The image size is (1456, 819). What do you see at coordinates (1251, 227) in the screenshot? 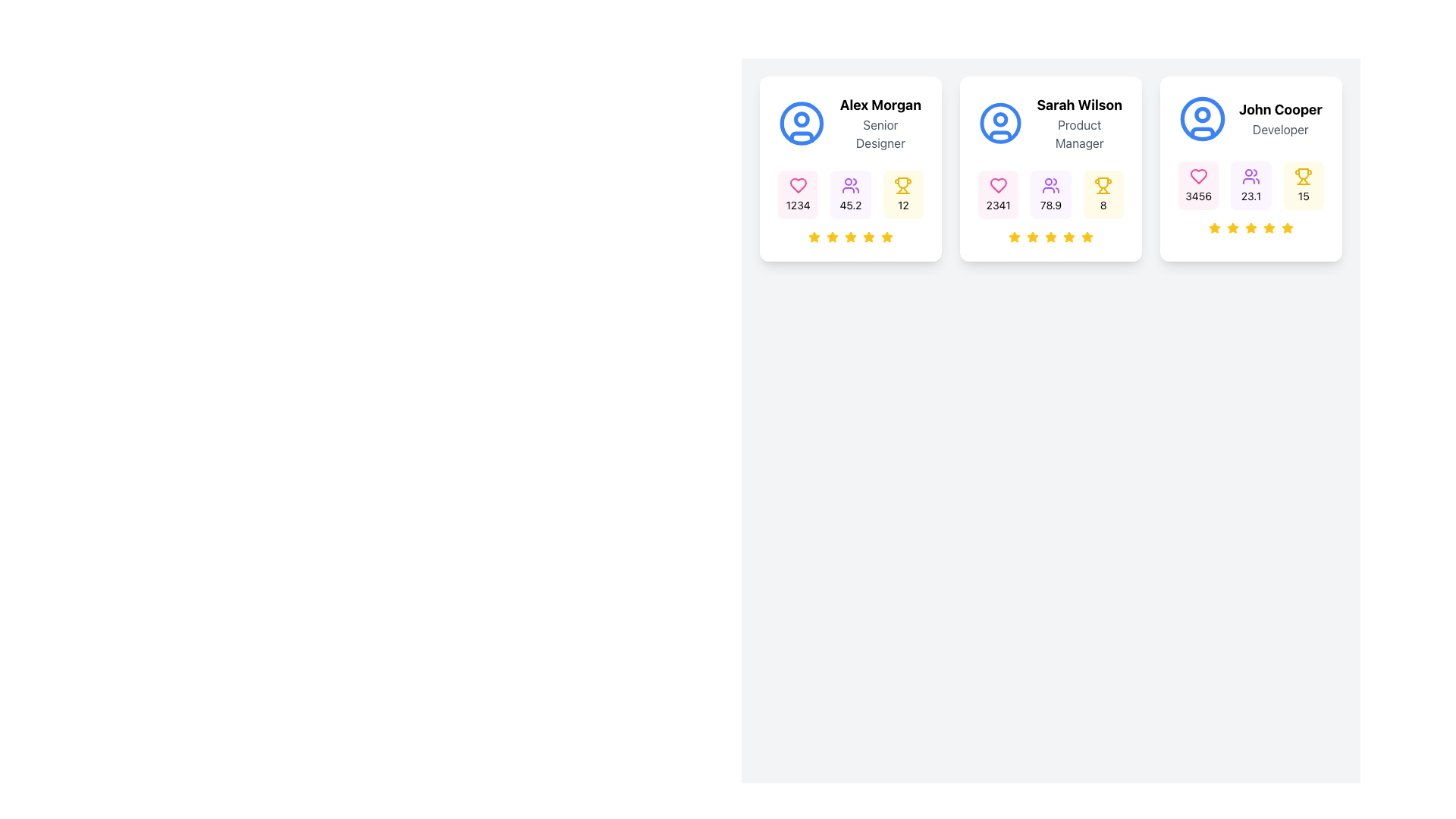
I see `the fourth yellow star icon in the row of rating stars below John Cooper's profile card` at bounding box center [1251, 227].